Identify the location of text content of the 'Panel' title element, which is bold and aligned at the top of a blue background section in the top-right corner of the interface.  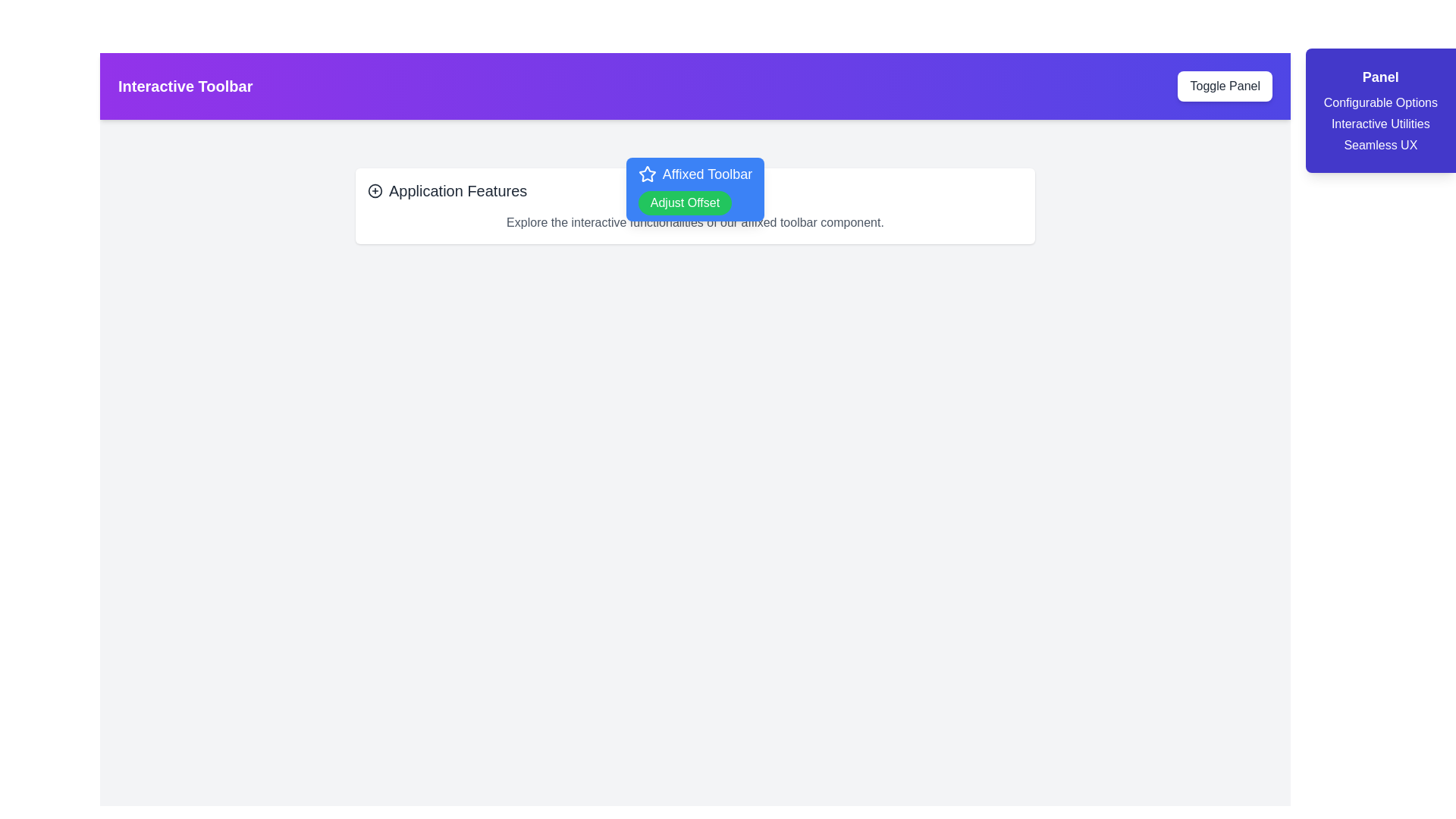
(1380, 77).